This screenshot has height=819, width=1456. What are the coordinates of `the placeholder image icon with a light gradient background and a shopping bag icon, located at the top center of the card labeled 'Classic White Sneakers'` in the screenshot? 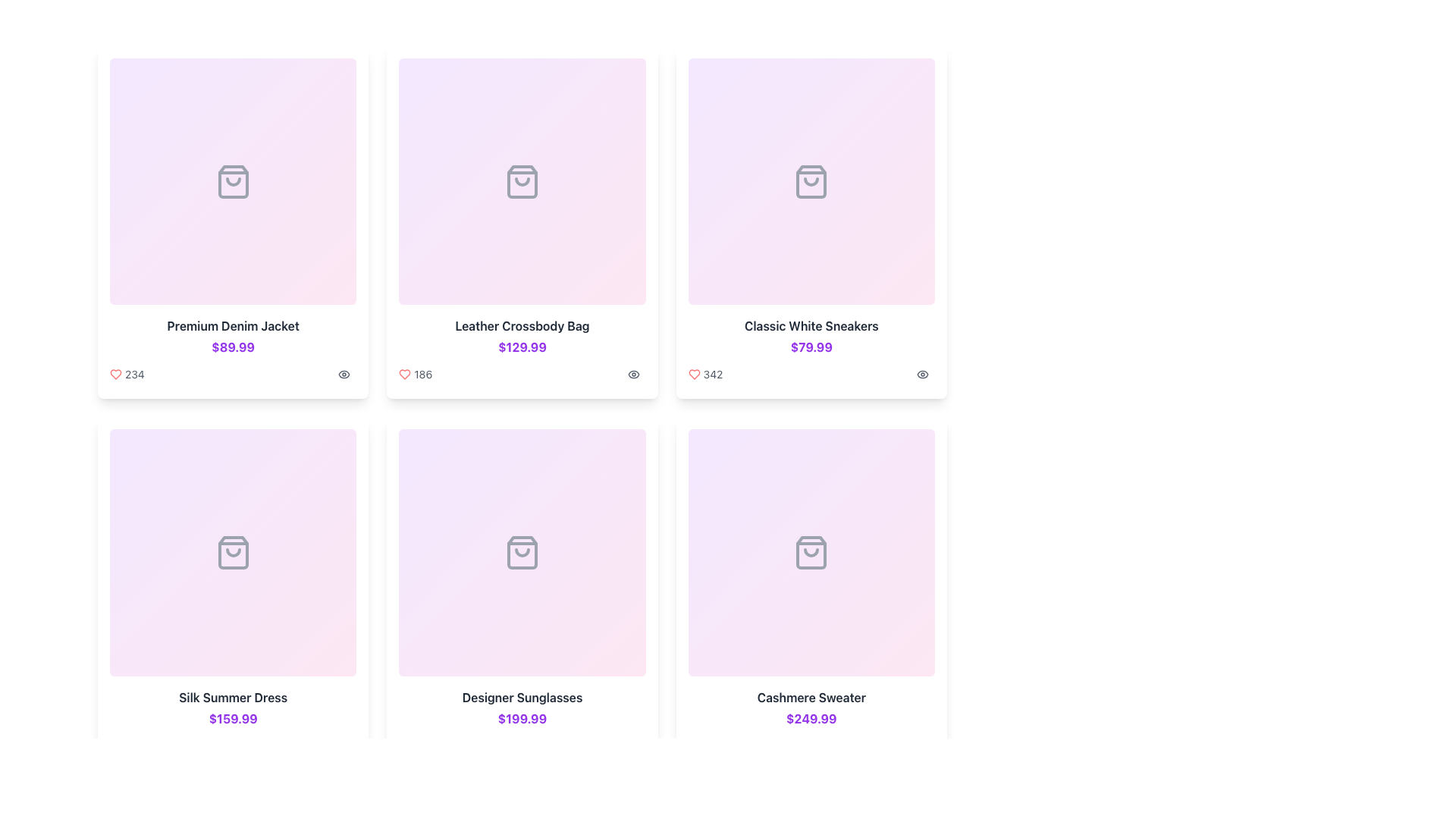 It's located at (811, 180).